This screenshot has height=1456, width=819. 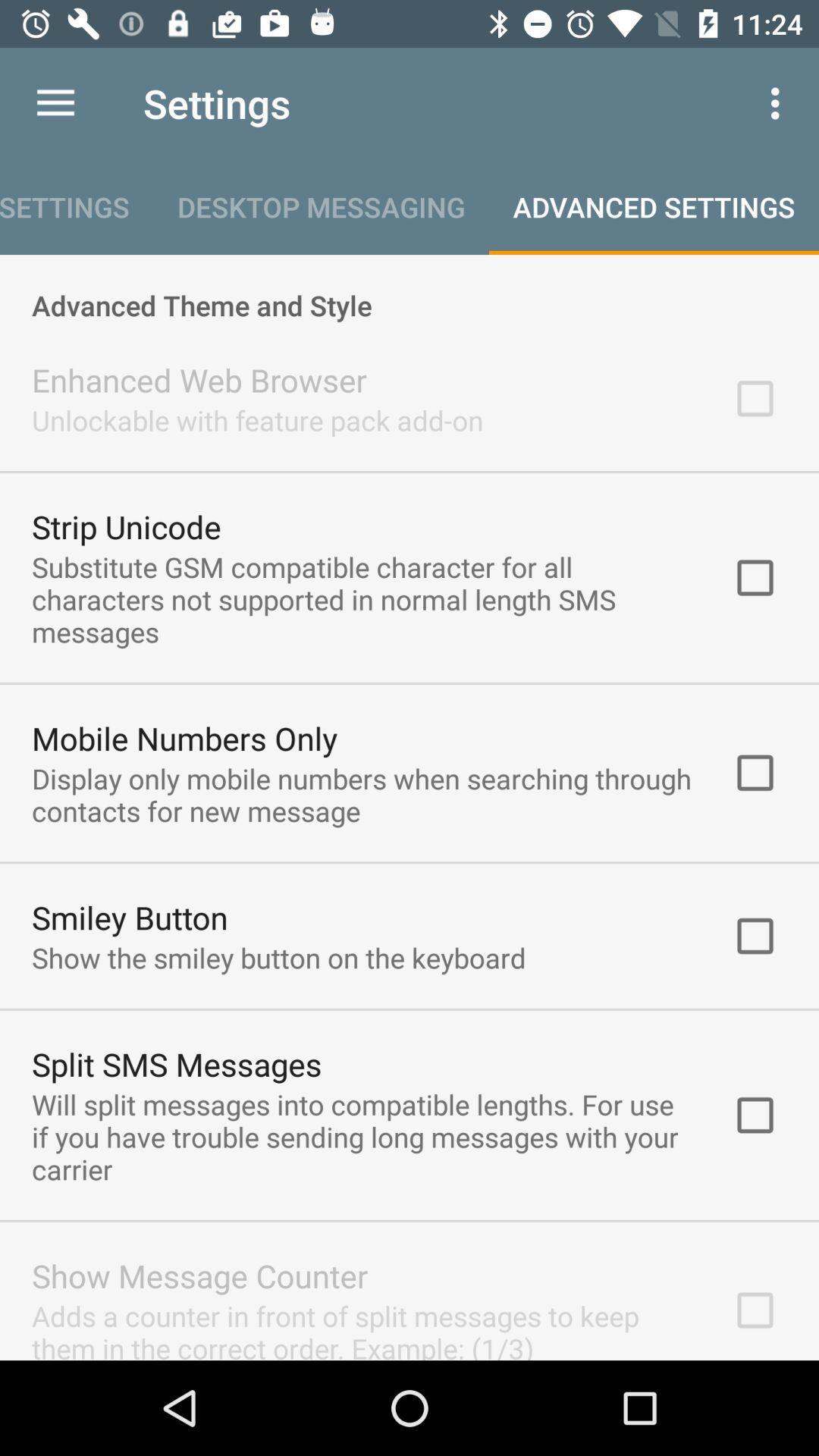 What do you see at coordinates (256, 420) in the screenshot?
I see `the item above strip unicode` at bounding box center [256, 420].